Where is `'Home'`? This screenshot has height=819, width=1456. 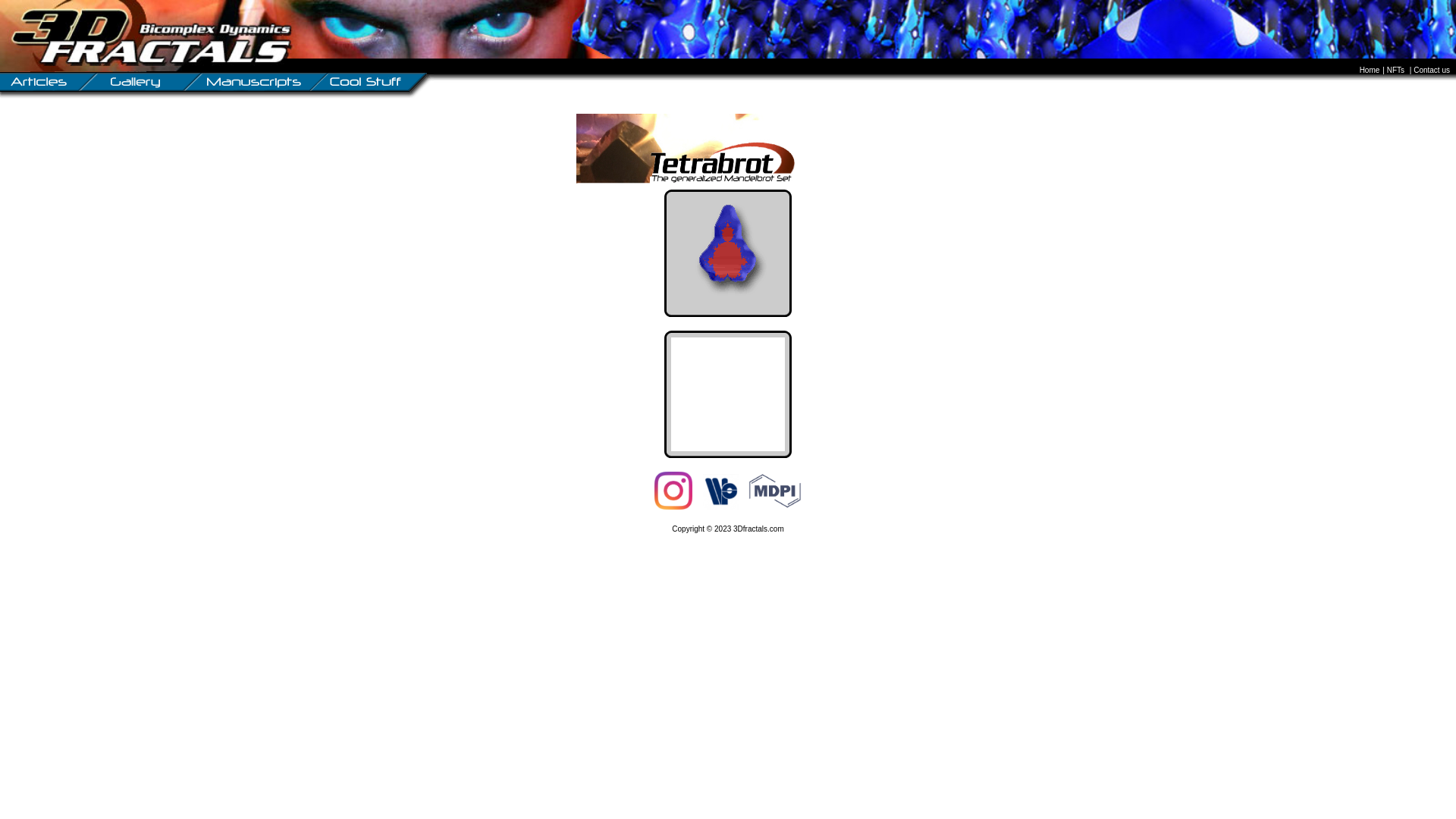 'Home' is located at coordinates (1371, 70).